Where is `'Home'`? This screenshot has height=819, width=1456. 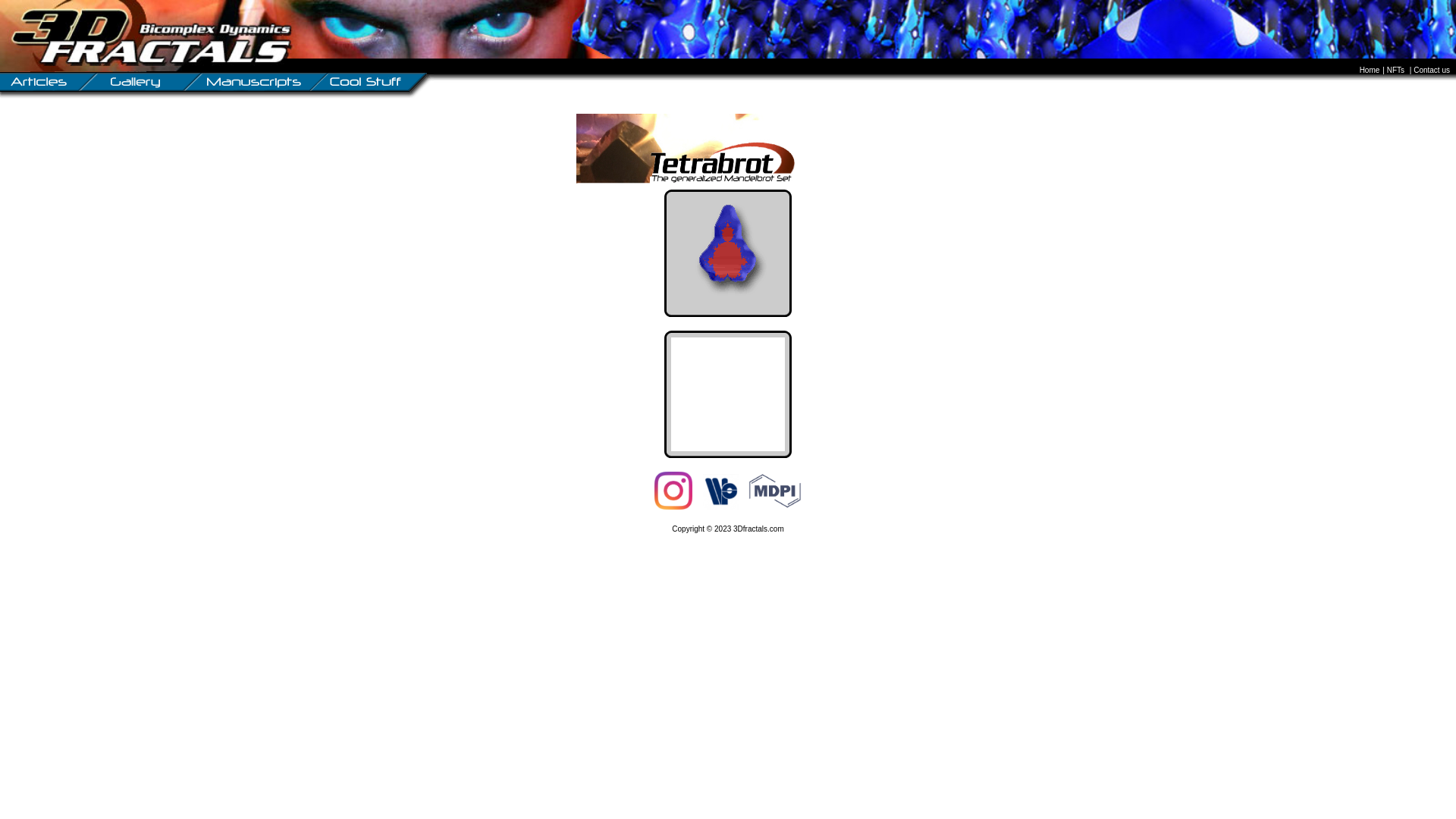 'Home' is located at coordinates (1371, 70).